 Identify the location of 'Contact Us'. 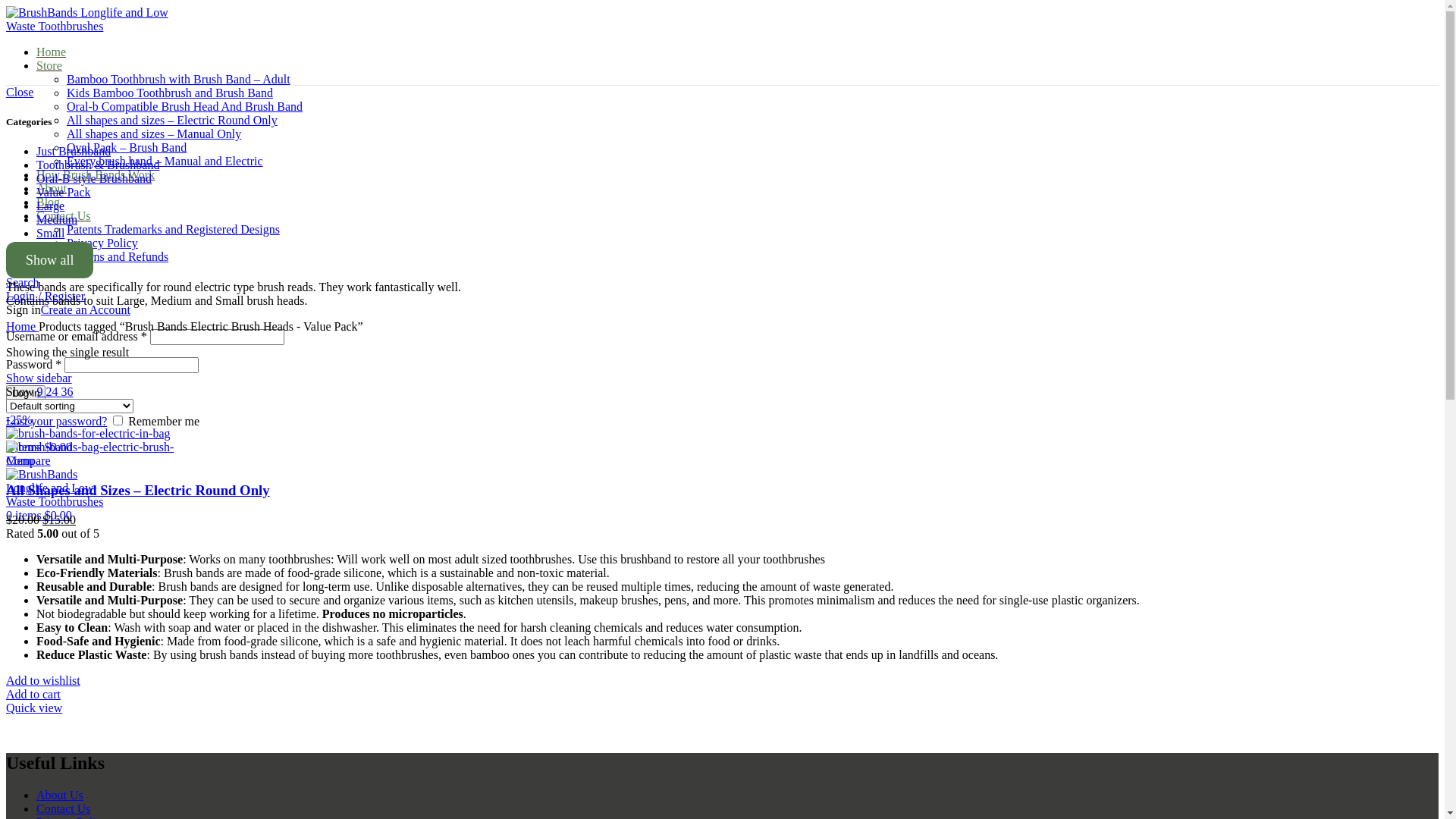
(62, 808).